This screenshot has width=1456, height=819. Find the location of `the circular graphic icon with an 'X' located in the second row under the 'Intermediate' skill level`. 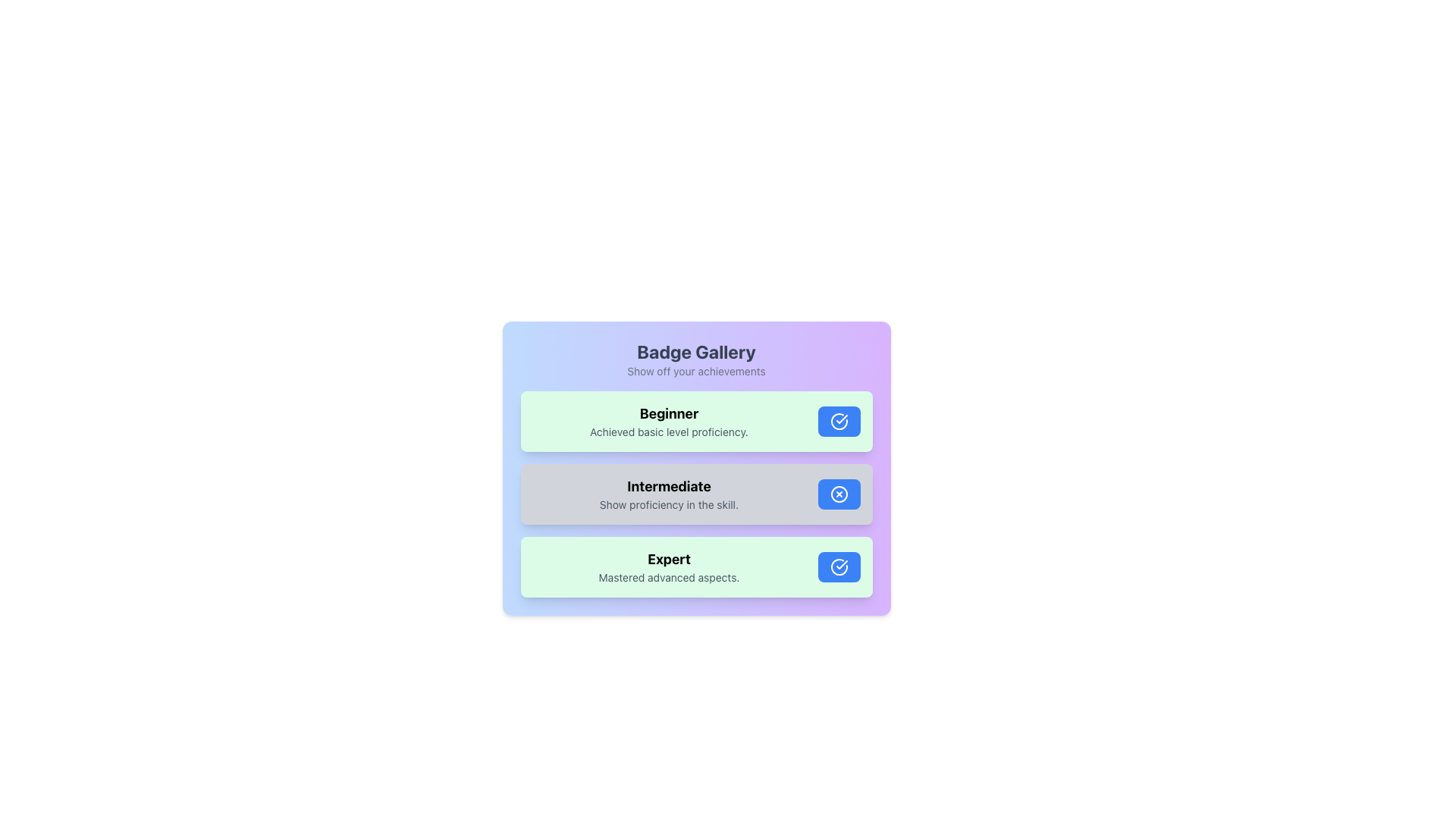

the circular graphic icon with an 'X' located in the second row under the 'Intermediate' skill level is located at coordinates (838, 494).